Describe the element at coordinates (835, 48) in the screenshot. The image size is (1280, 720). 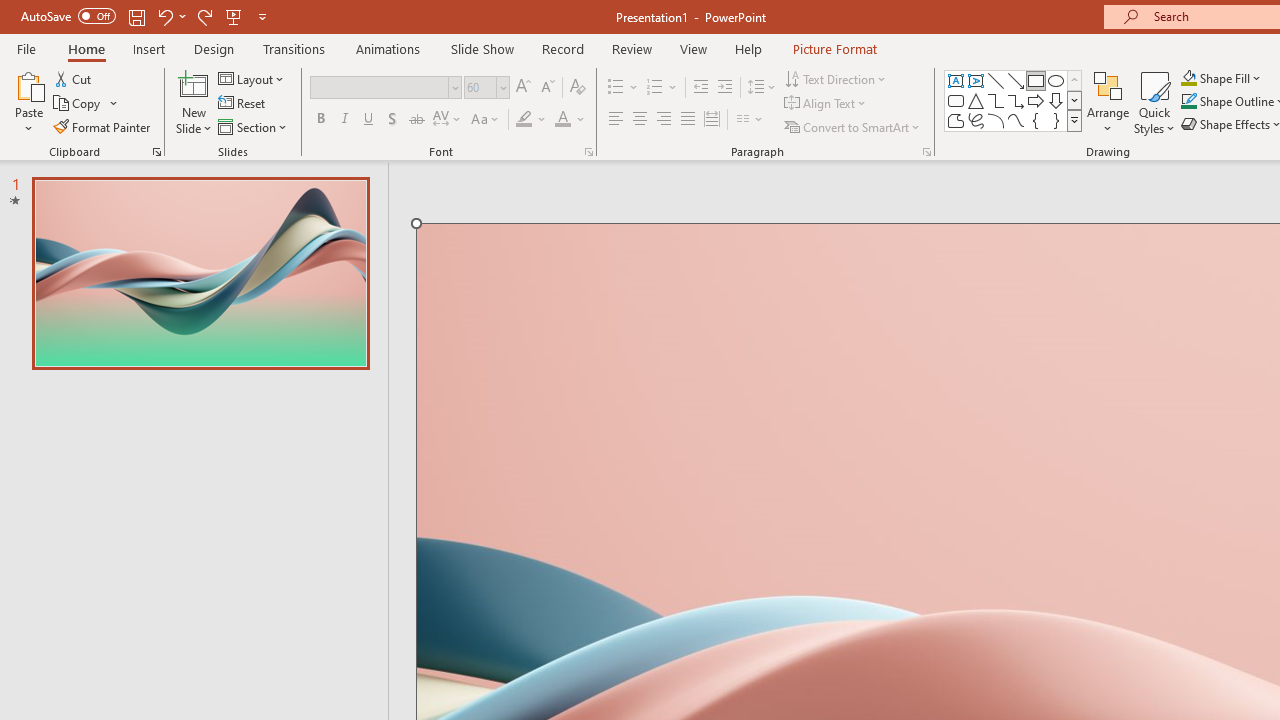
I see `'Picture Format'` at that location.